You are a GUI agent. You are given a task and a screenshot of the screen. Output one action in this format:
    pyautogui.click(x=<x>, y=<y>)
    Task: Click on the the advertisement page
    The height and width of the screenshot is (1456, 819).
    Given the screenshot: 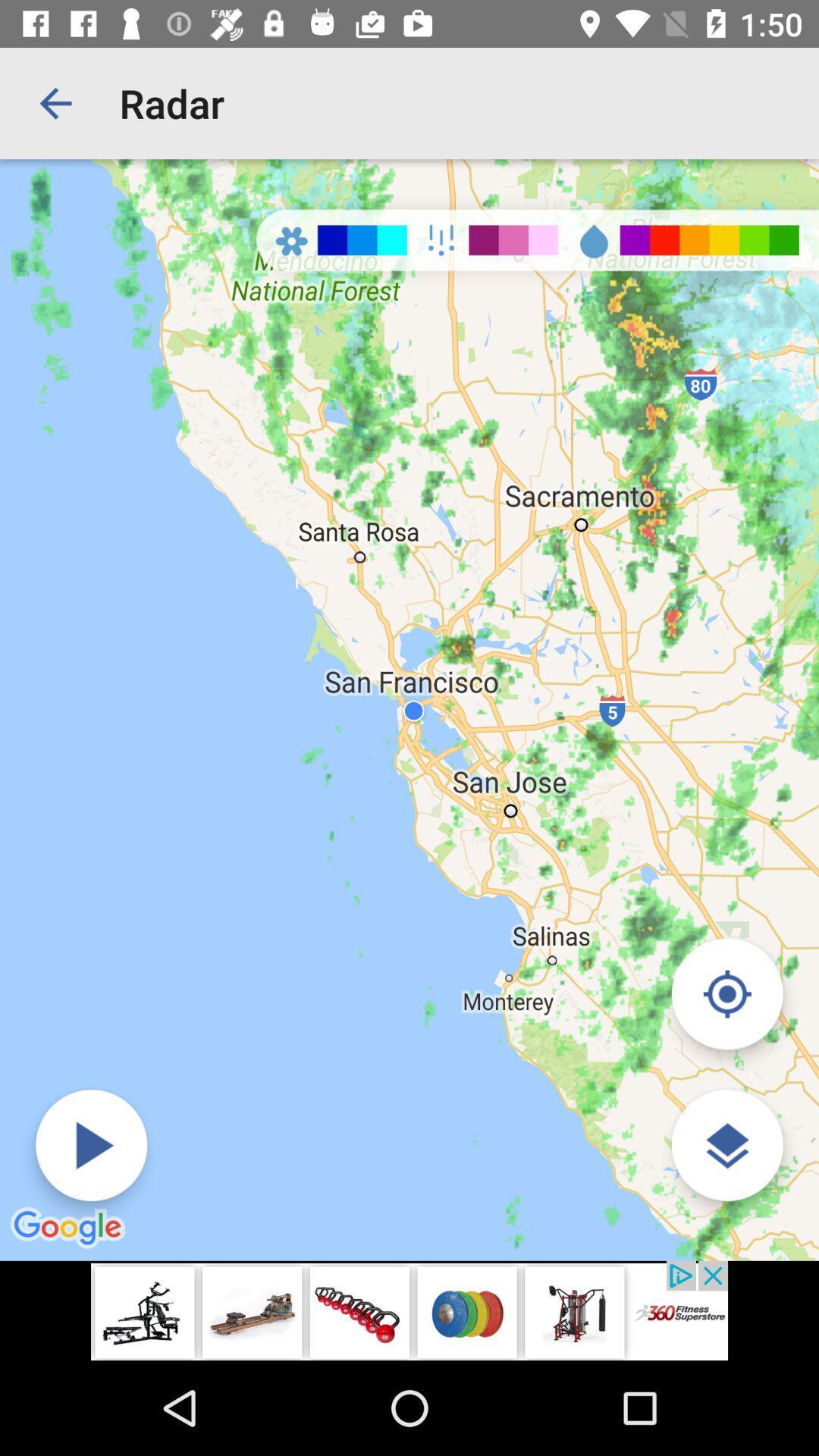 What is the action you would take?
    pyautogui.click(x=409, y=1310)
    